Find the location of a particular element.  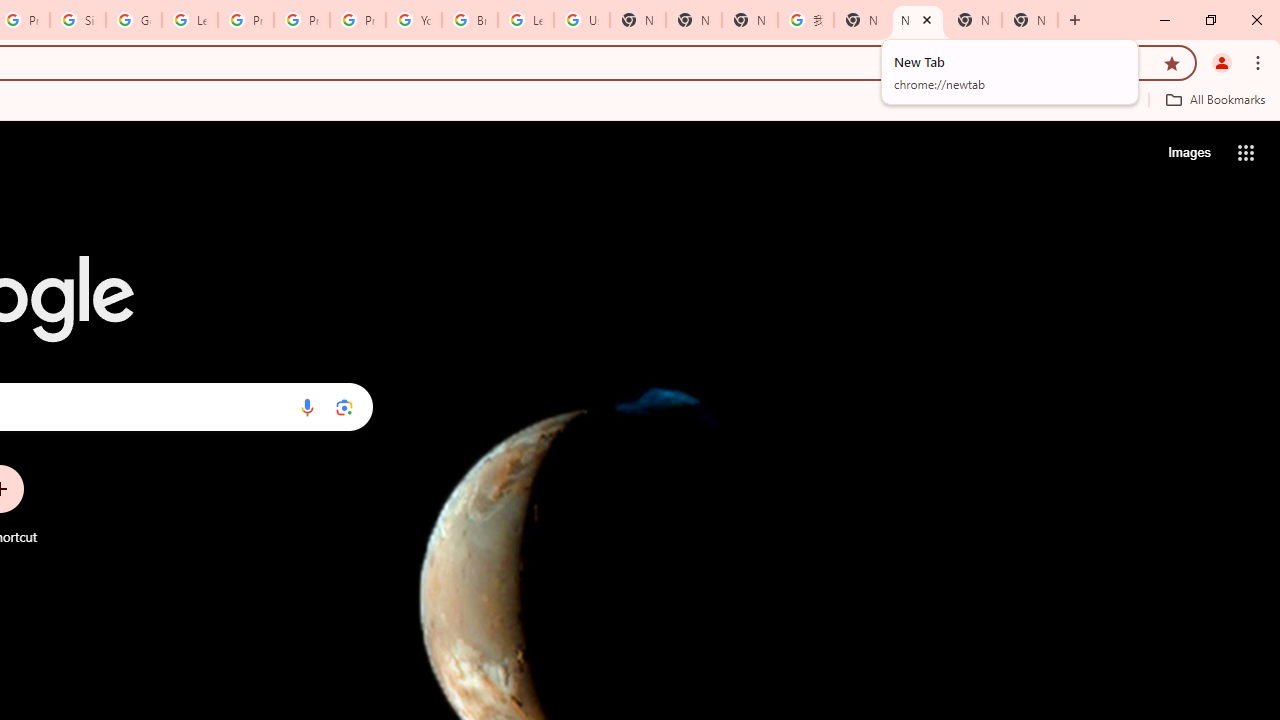

'Privacy Help Center - Policies Help' is located at coordinates (244, 20).